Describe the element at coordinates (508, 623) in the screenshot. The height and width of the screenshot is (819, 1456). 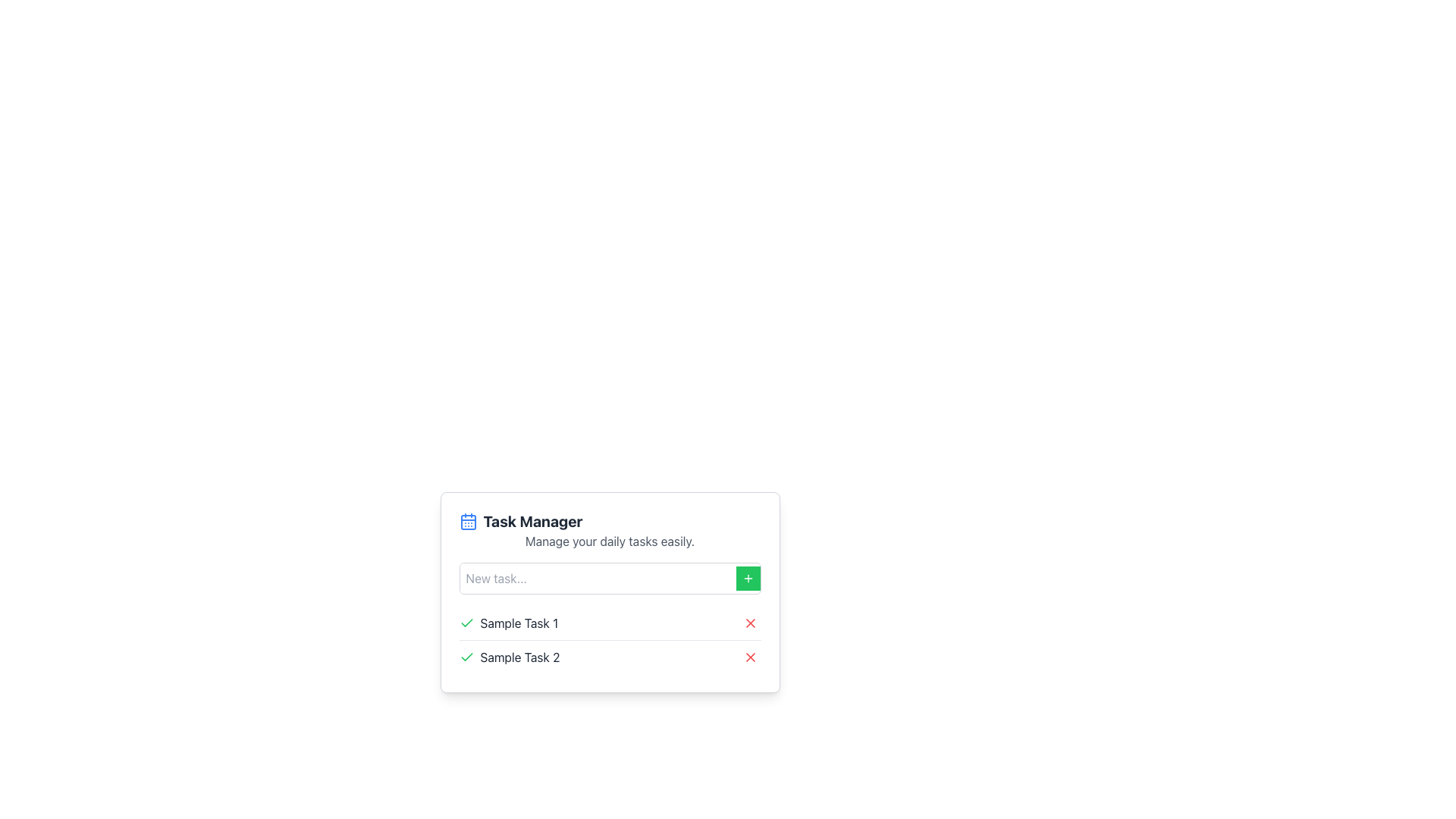
I see `the text label reading 'Sample Task 1' in bold, dark-gray font, located in the task list of the Task Manager interface` at that location.